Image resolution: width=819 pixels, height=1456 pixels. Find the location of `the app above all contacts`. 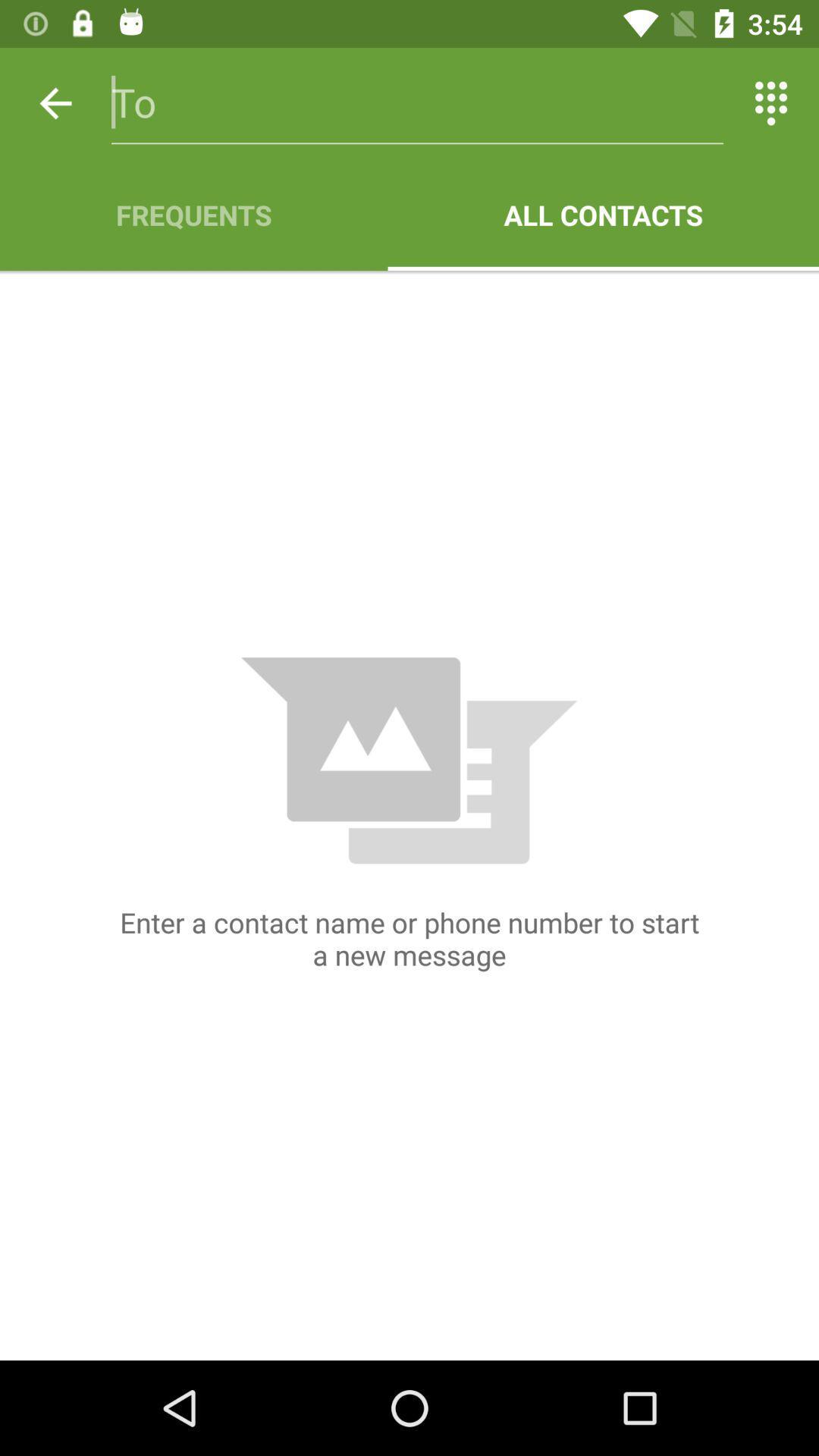

the app above all contacts is located at coordinates (771, 102).